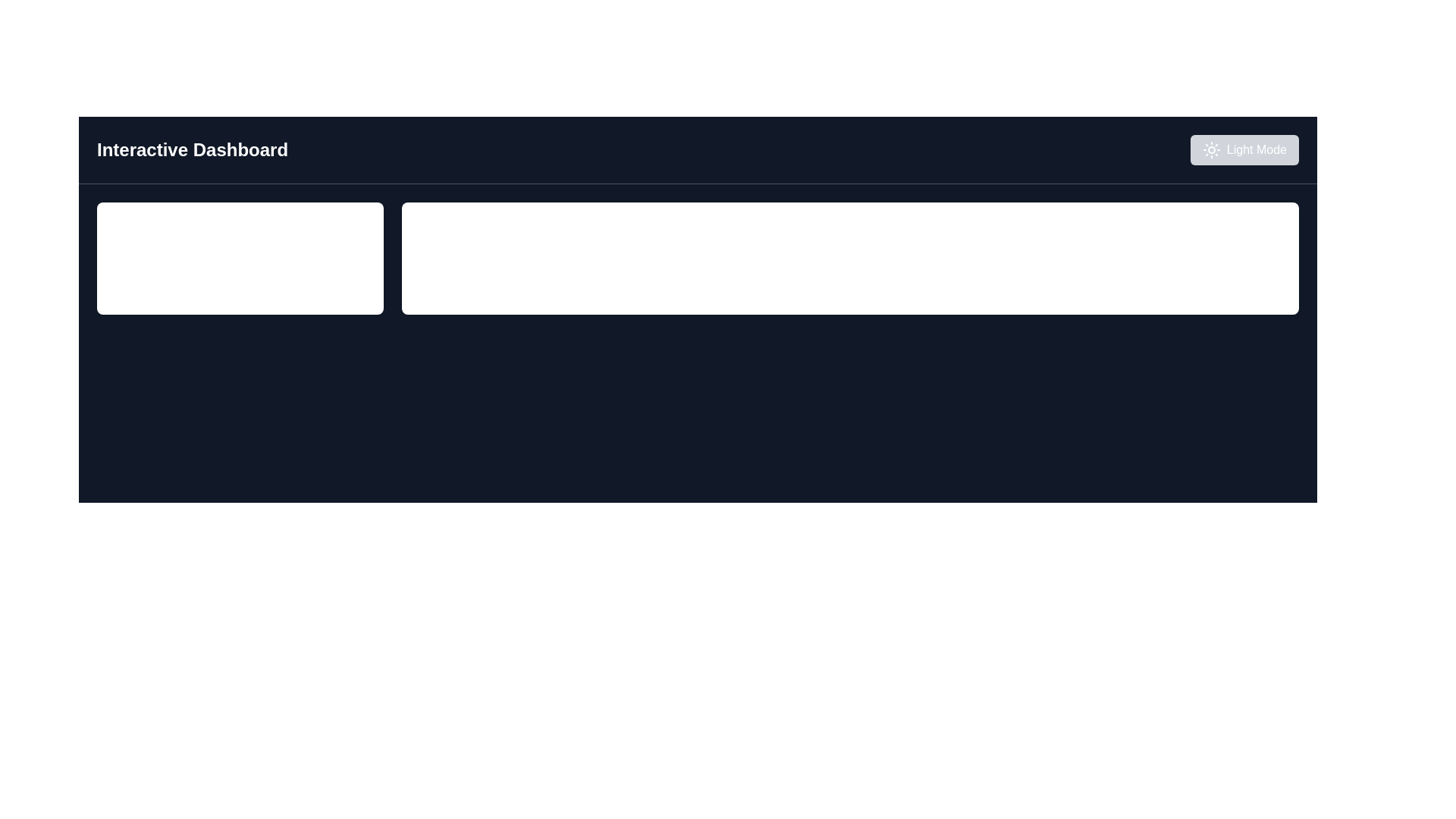 This screenshot has height=819, width=1456. Describe the element at coordinates (1244, 149) in the screenshot. I see `the grey rectangular button with rounded corners labeled 'Light Mode' that contains a sun icon, located in the top-right section of the header bar` at that location.